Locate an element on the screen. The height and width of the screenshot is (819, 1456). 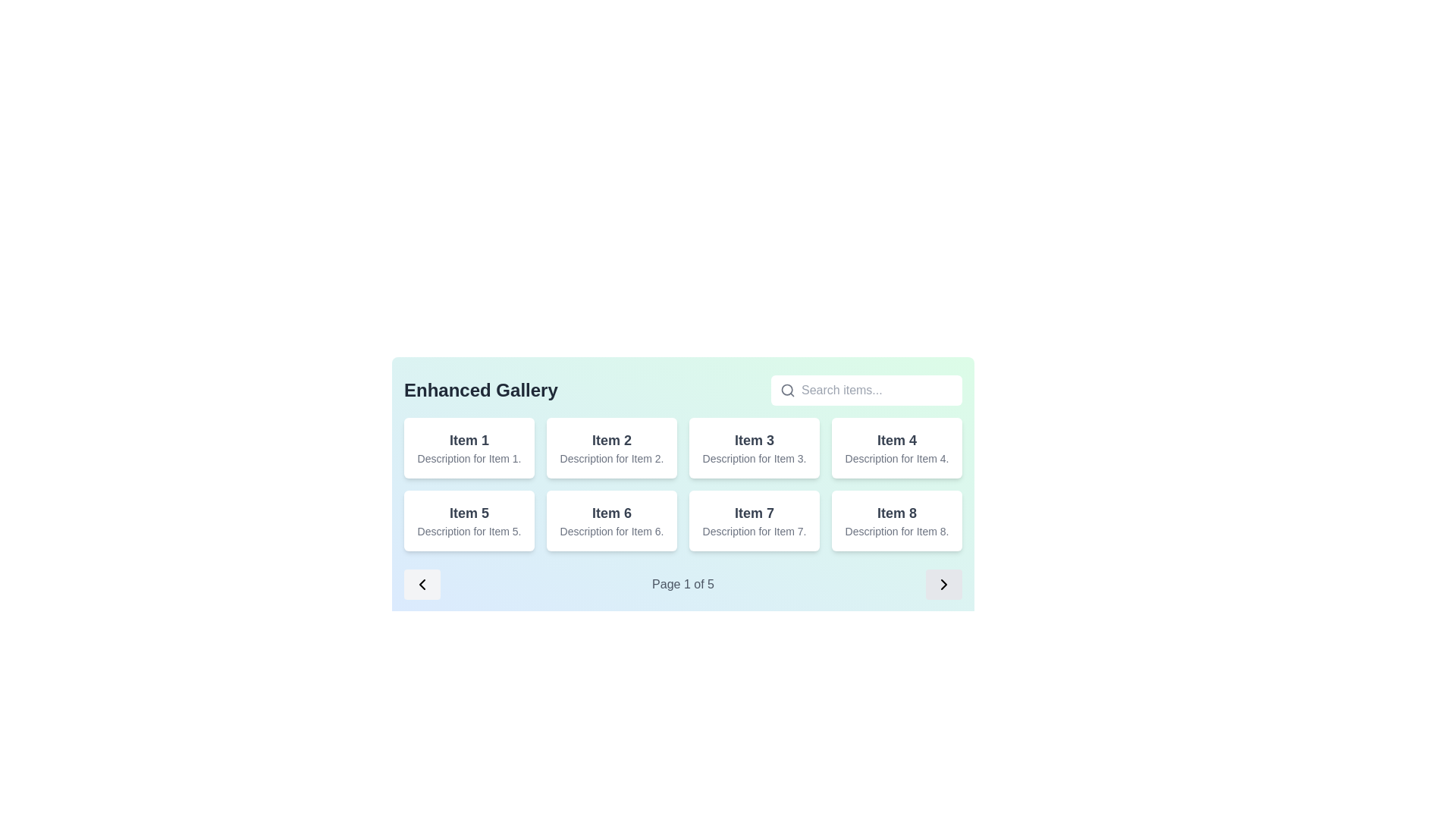
the card component representing 'Item 8' which features bold text and a description, located in the second row and fourth column of the grid layout is located at coordinates (896, 519).